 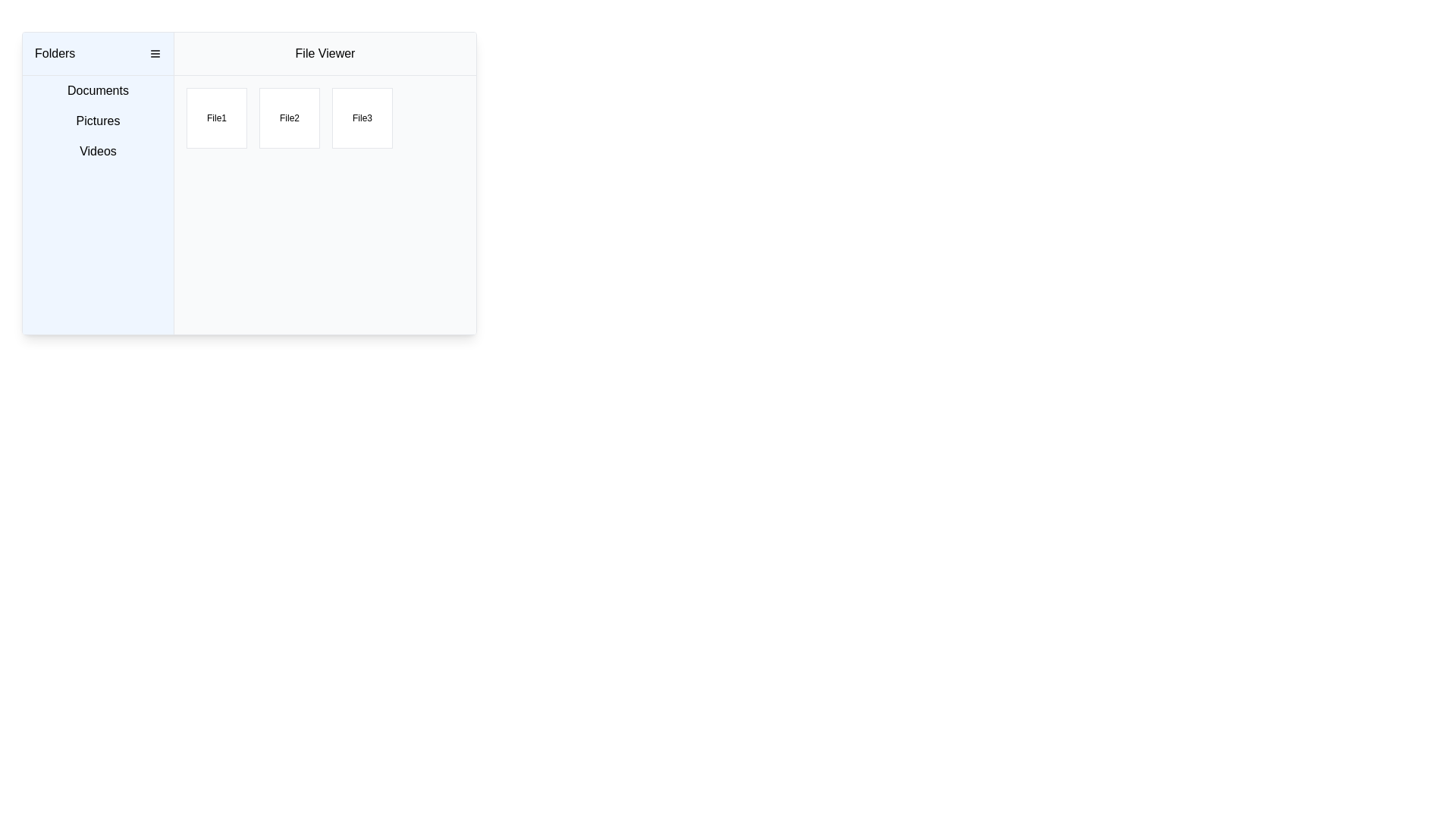 What do you see at coordinates (362, 117) in the screenshot?
I see `the static text label that identifies the associated file as 'File3', located in the third column under the 'File Viewer' header` at bounding box center [362, 117].